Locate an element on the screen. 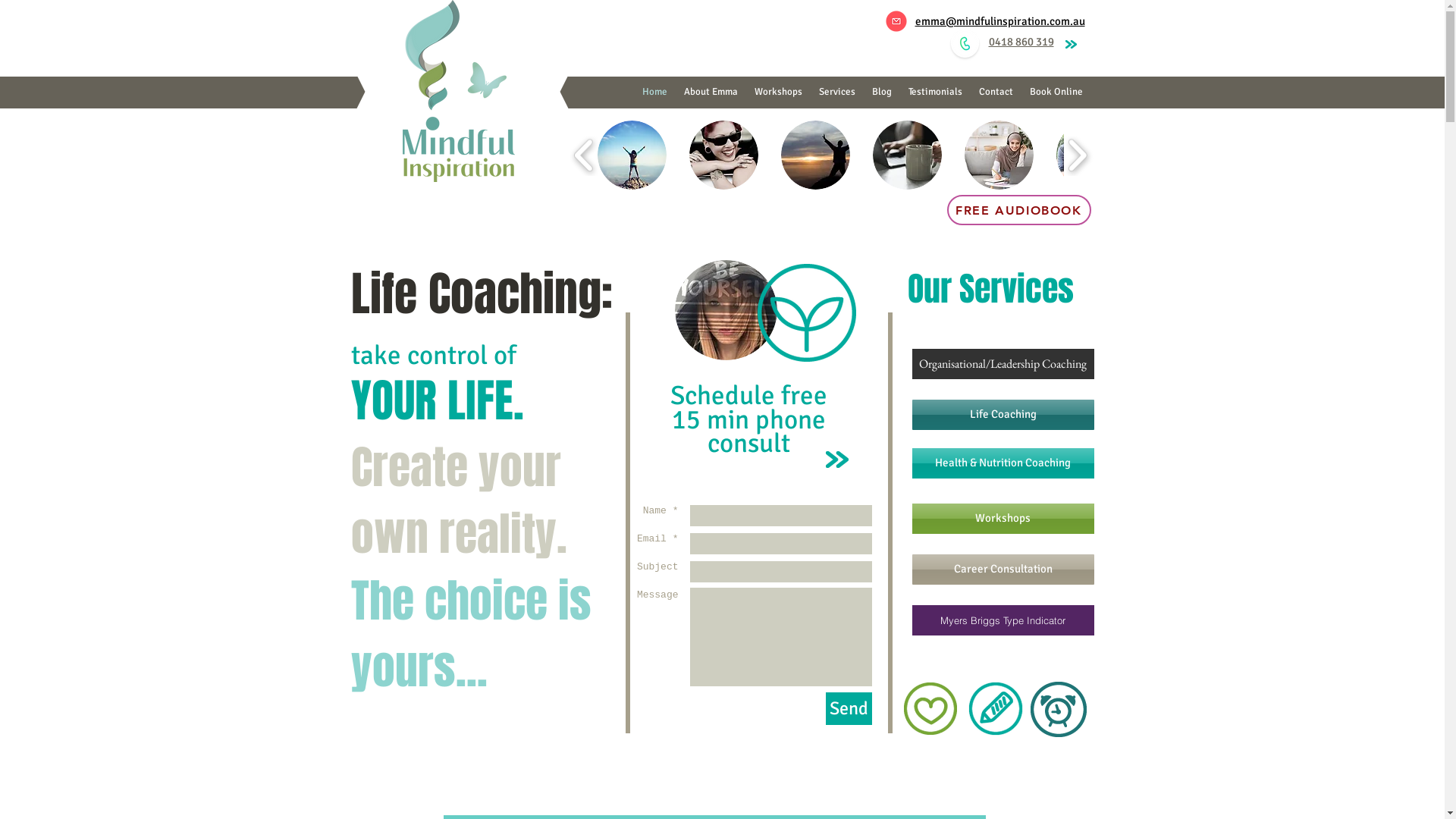 The image size is (1456, 819). 'emma@mindfulinspiration.com.au' is located at coordinates (999, 20).